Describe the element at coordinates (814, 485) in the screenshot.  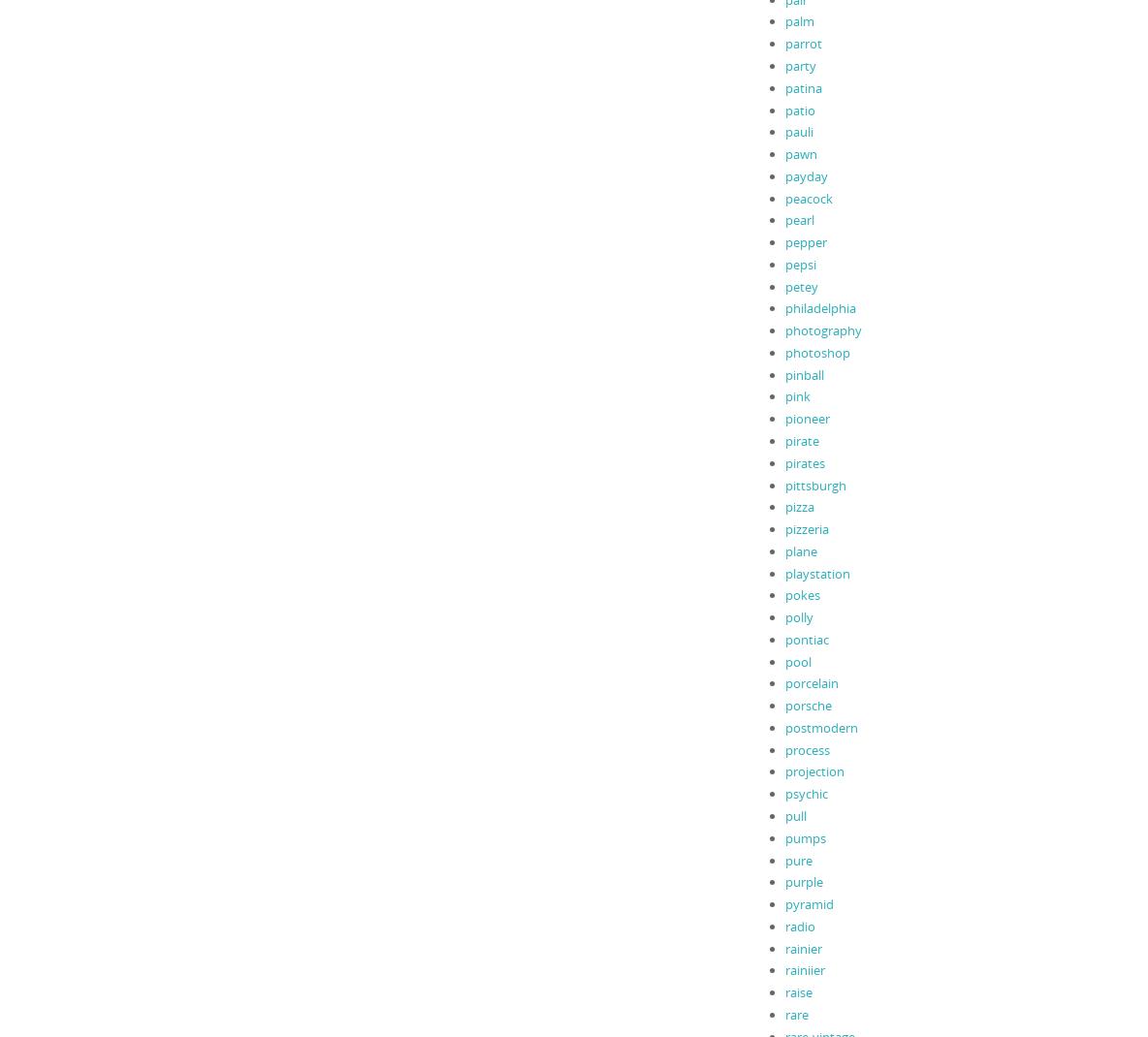
I see `'pittsburgh'` at that location.